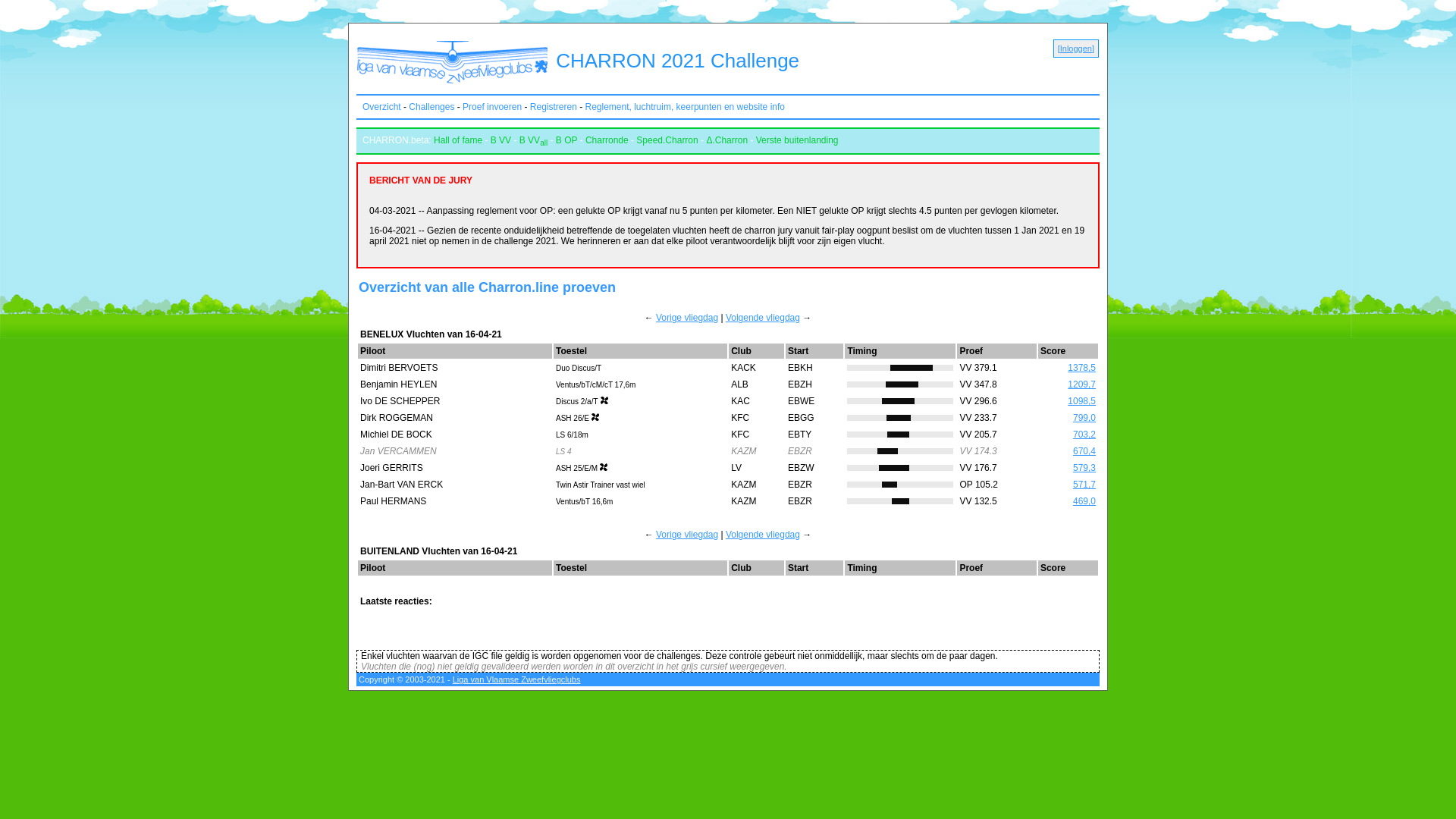  What do you see at coordinates (1066, 383) in the screenshot?
I see `'1209,7'` at bounding box center [1066, 383].